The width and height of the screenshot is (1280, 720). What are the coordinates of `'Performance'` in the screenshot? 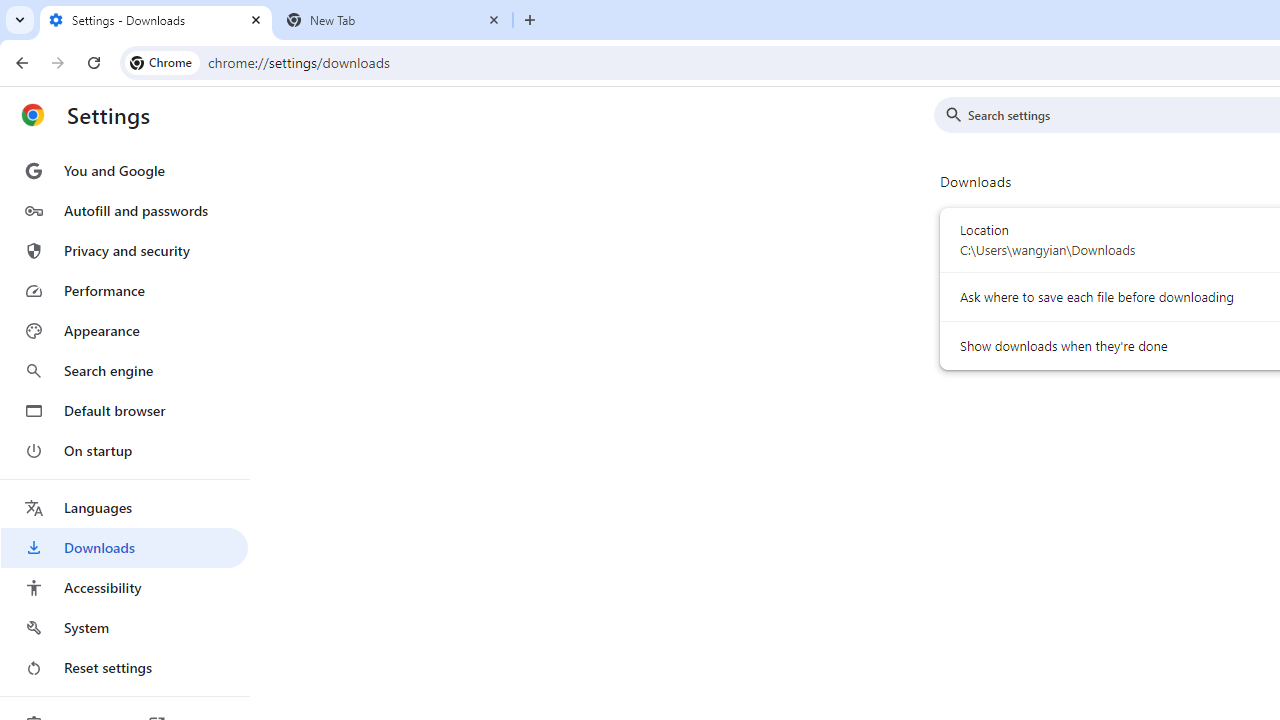 It's located at (123, 290).